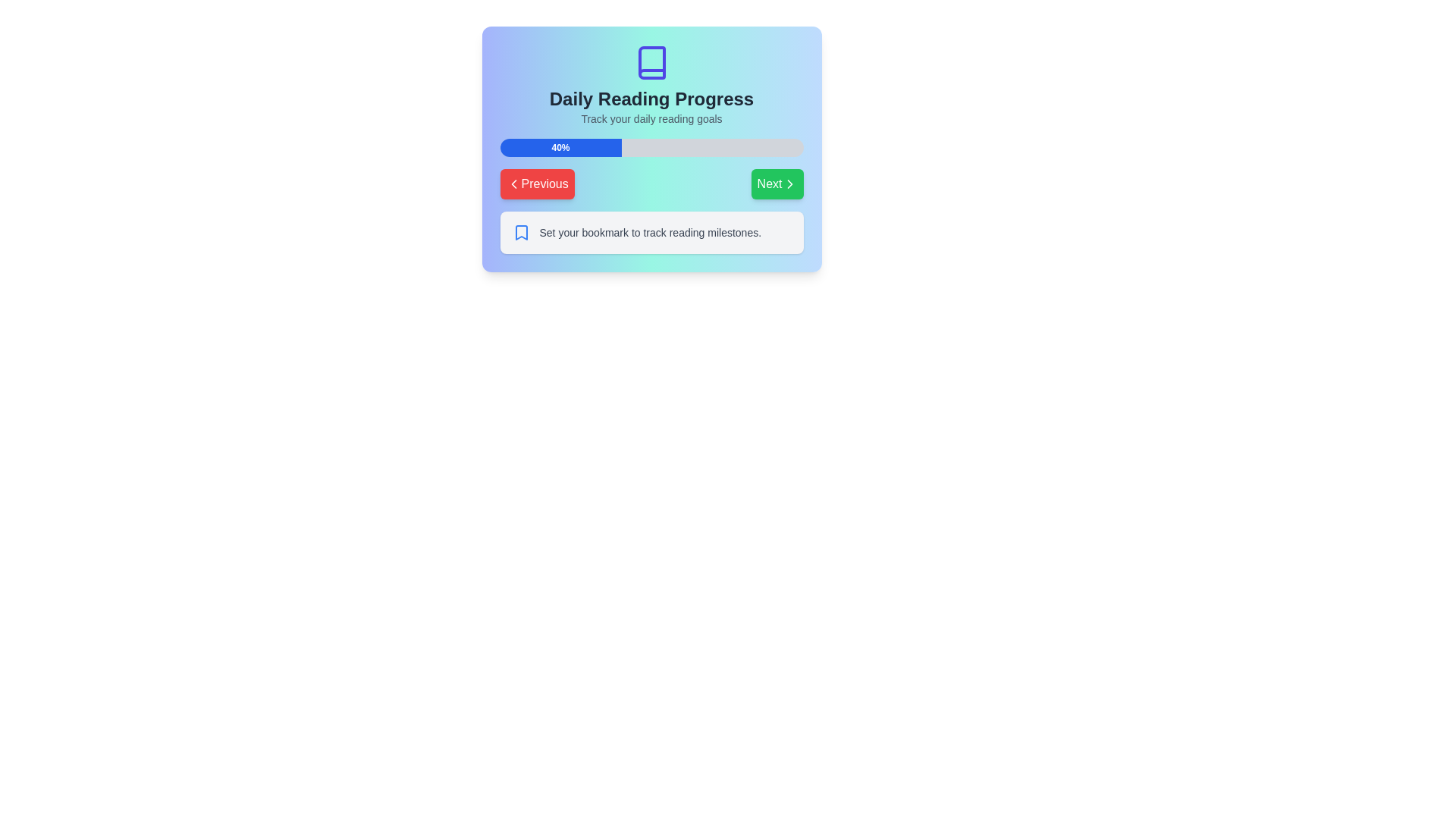 The height and width of the screenshot is (819, 1456). What do you see at coordinates (789, 184) in the screenshot?
I see `the chevron icon located on the right end of the 'Next' button to visually reinforce the forward navigation function` at bounding box center [789, 184].